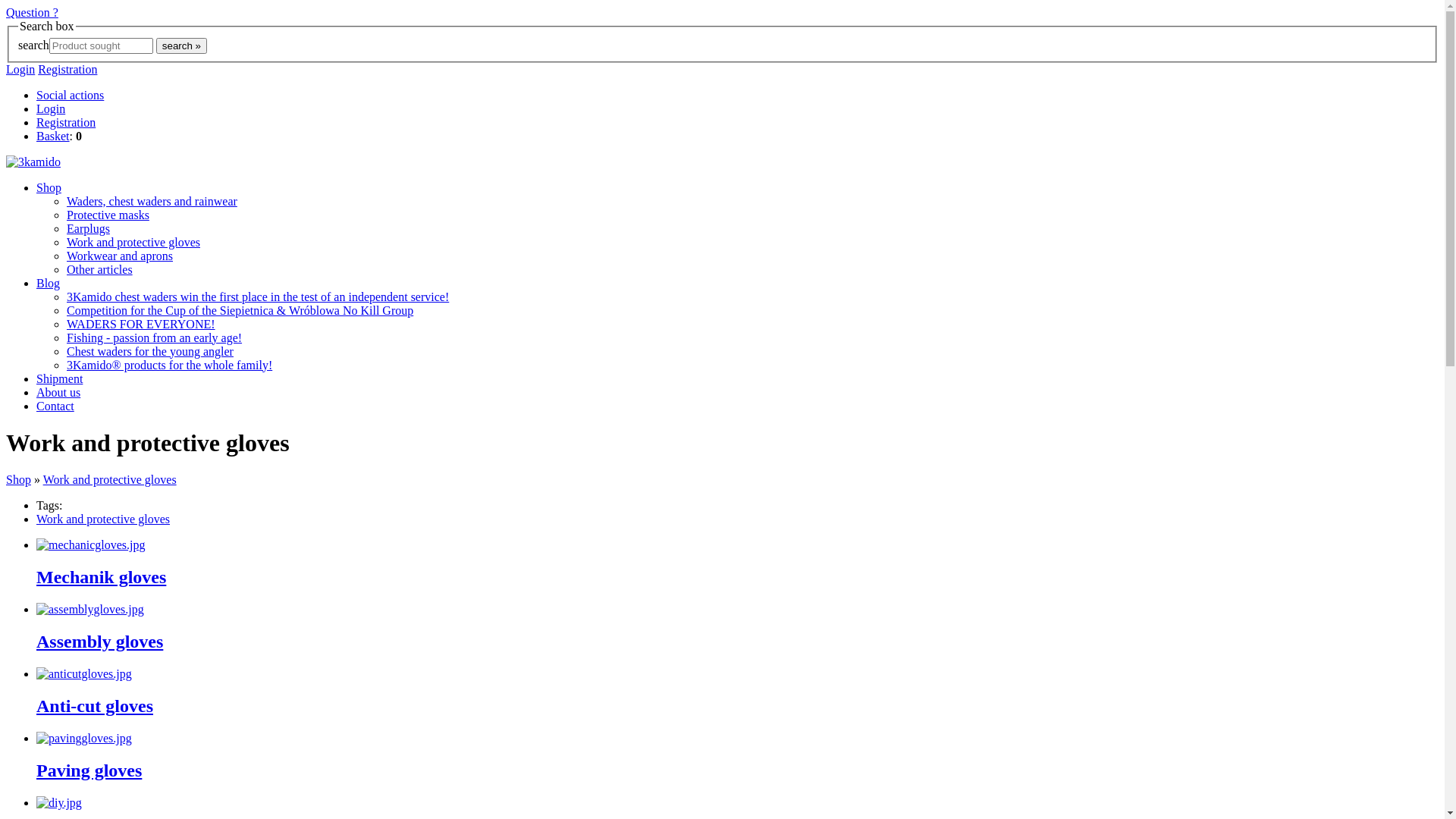 This screenshot has width=1456, height=819. Describe the element at coordinates (32, 12) in the screenshot. I see `'Question ?'` at that location.